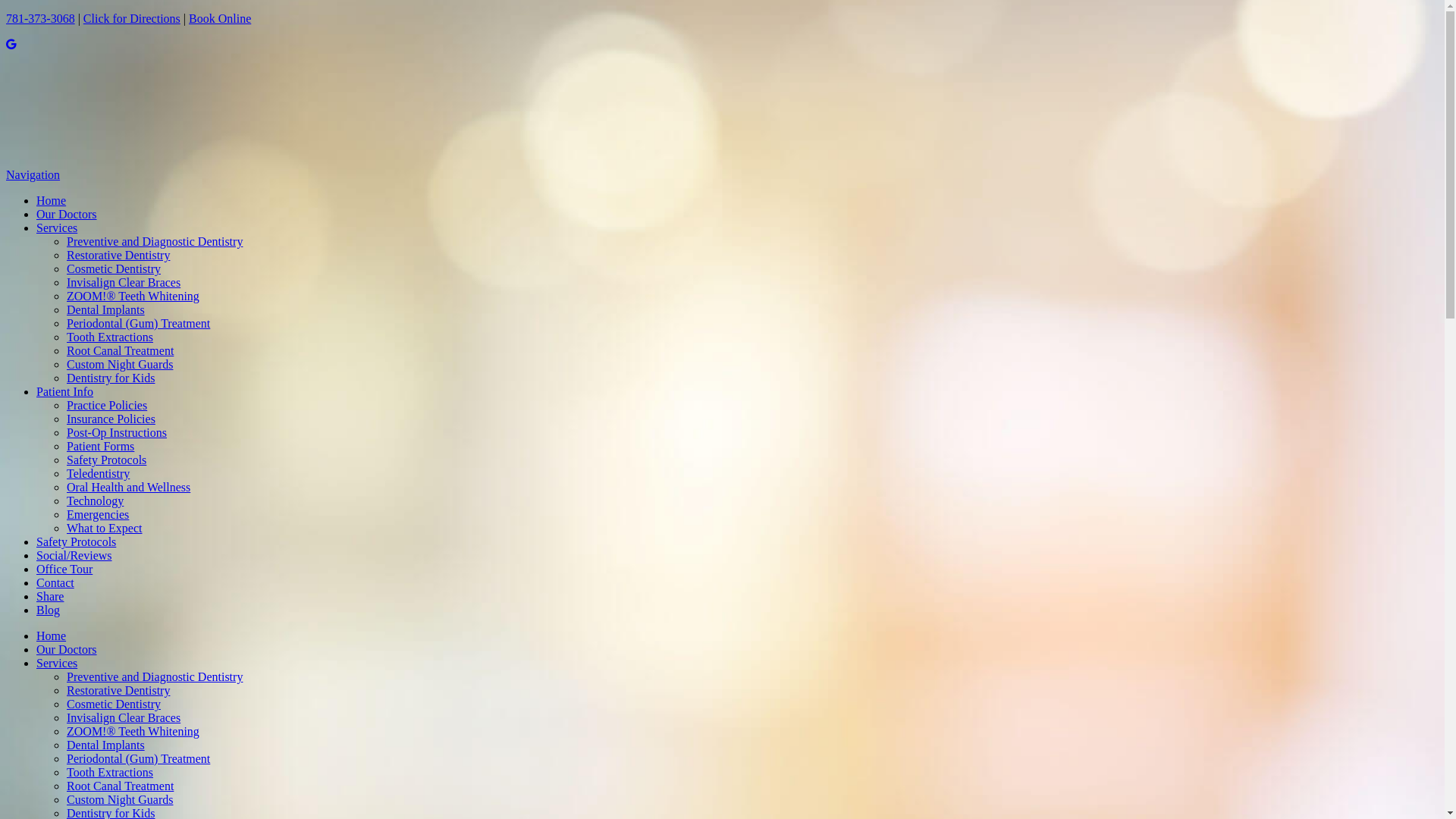 This screenshot has width=1456, height=819. What do you see at coordinates (36, 582) in the screenshot?
I see `'Contact'` at bounding box center [36, 582].